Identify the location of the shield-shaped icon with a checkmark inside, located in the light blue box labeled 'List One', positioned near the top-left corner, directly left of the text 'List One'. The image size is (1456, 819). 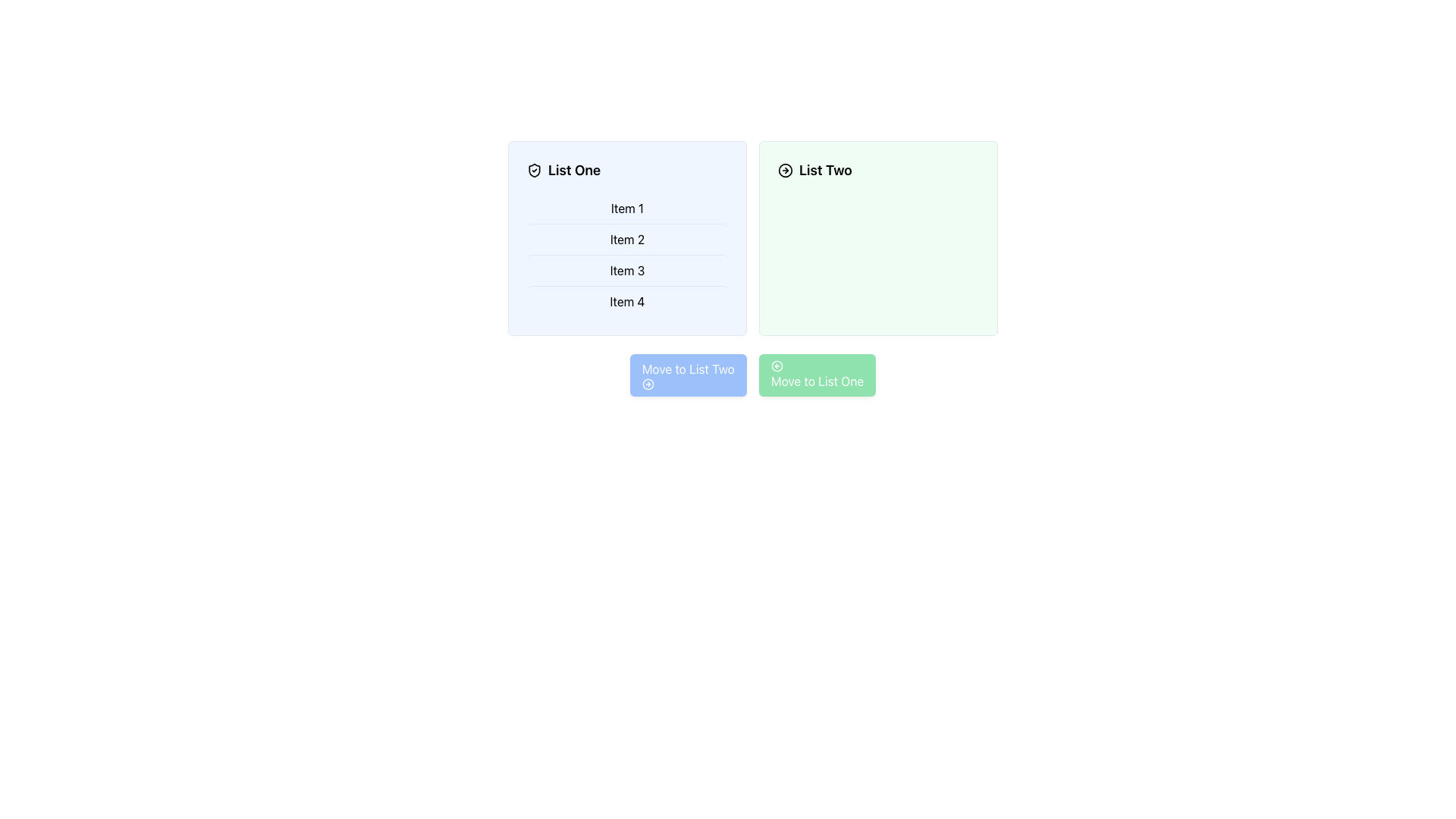
(535, 170).